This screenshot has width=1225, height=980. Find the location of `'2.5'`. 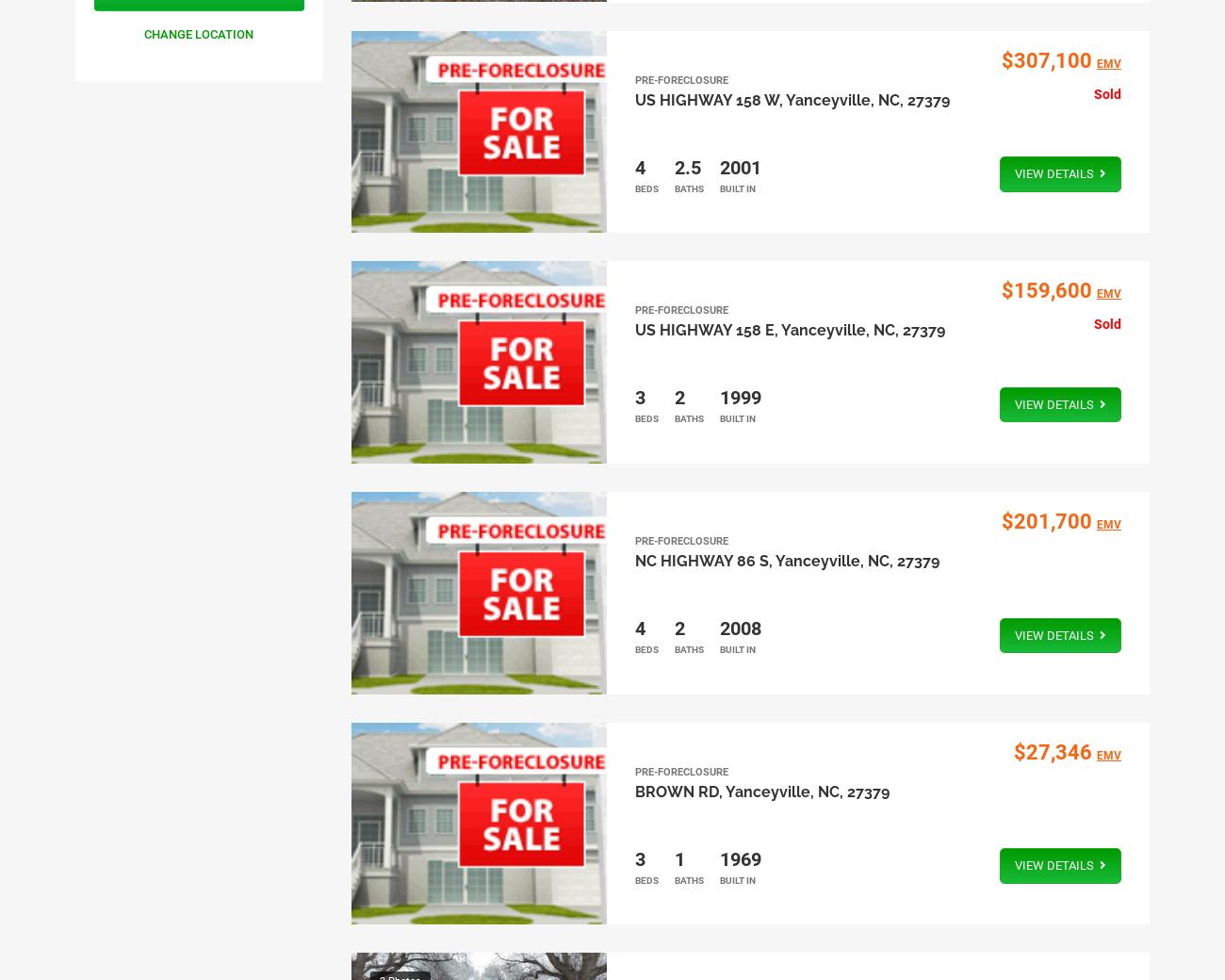

'2.5' is located at coordinates (687, 167).